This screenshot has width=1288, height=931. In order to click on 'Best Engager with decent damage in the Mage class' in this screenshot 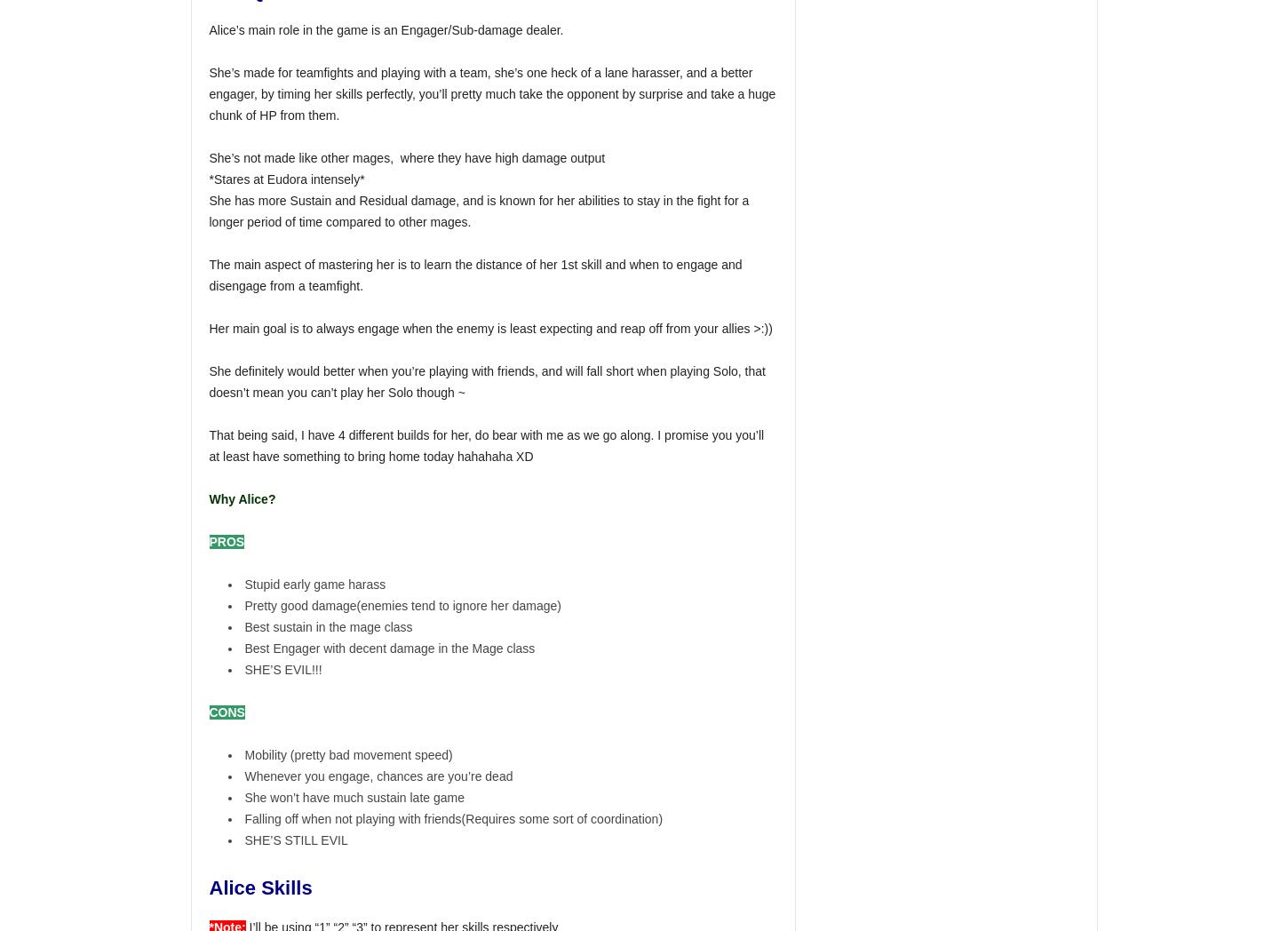, I will do `click(244, 648)`.